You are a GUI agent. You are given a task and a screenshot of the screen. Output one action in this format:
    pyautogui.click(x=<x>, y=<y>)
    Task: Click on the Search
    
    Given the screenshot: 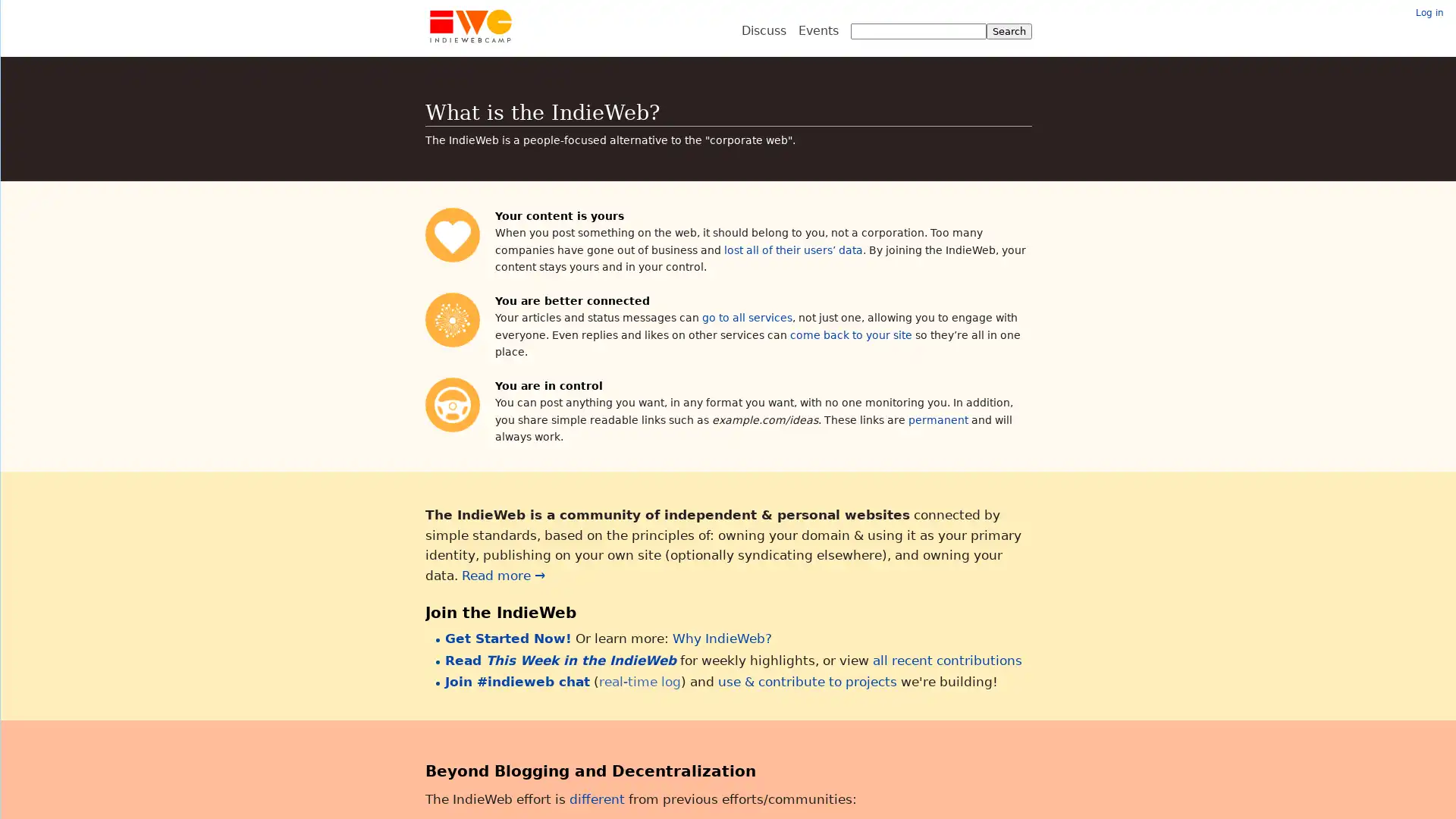 What is the action you would take?
    pyautogui.click(x=1008, y=31)
    